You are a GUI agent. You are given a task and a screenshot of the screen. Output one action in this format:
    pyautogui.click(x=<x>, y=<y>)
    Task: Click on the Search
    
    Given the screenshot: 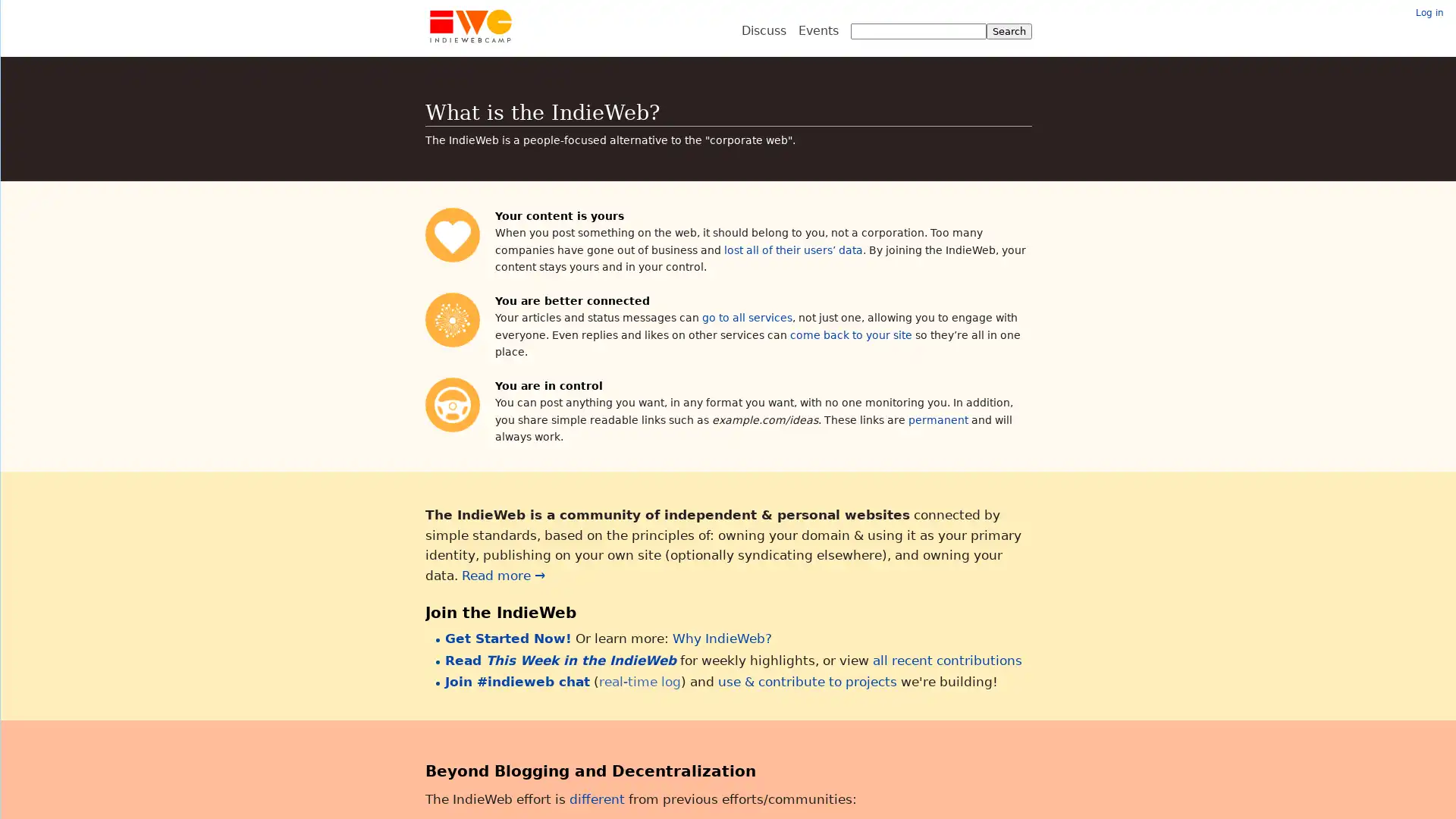 What is the action you would take?
    pyautogui.click(x=1008, y=31)
    